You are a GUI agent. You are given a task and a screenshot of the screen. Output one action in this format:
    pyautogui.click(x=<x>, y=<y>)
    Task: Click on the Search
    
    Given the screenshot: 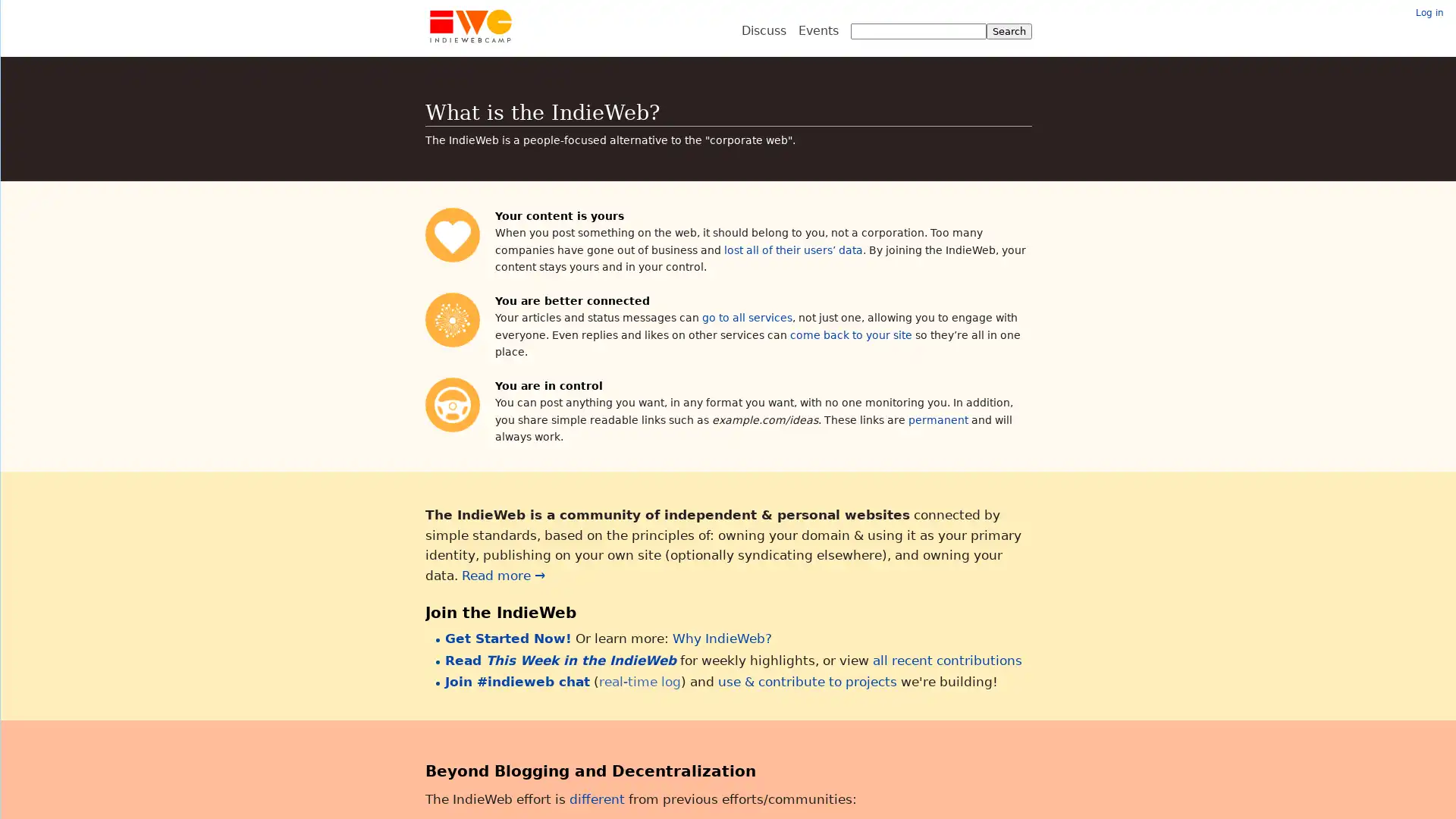 What is the action you would take?
    pyautogui.click(x=1008, y=31)
    